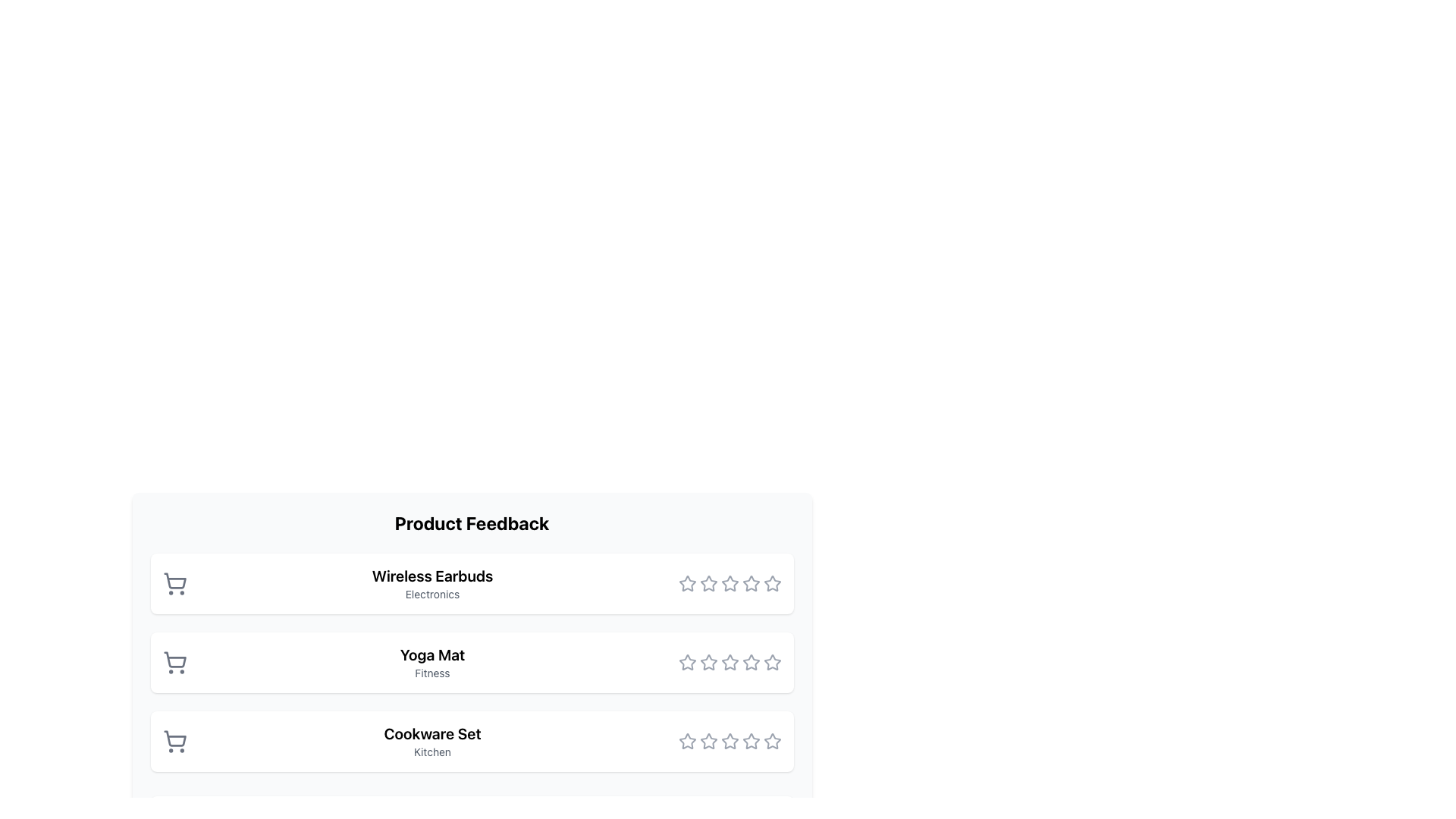  What do you see at coordinates (772, 741) in the screenshot?
I see `the fifth star-shaped icon in the rating section for the 'Cookware Set' item` at bounding box center [772, 741].